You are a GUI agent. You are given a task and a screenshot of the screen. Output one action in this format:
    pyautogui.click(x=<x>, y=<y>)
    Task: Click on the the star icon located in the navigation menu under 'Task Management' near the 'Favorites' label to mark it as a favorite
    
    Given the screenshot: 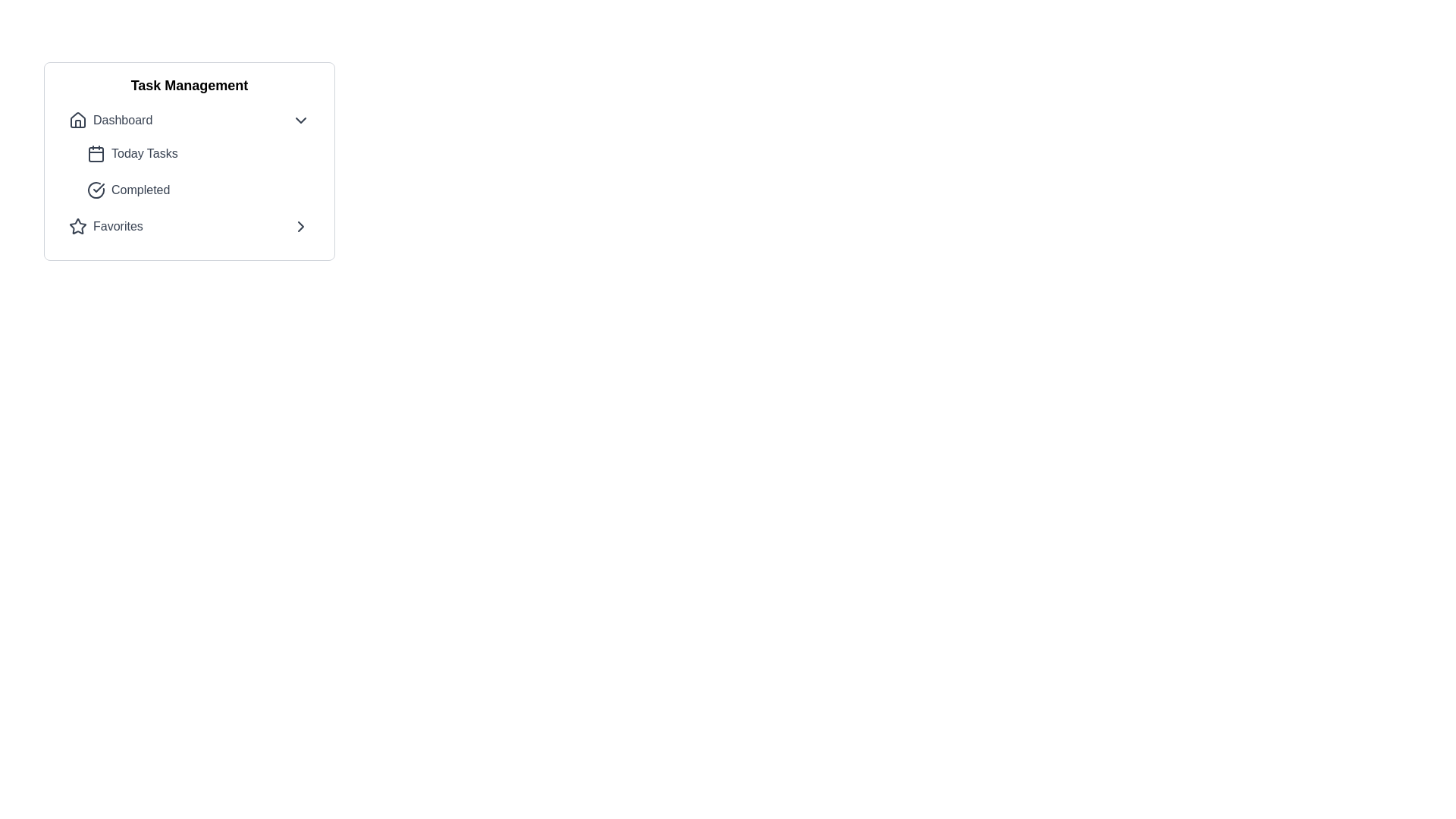 What is the action you would take?
    pyautogui.click(x=77, y=226)
    